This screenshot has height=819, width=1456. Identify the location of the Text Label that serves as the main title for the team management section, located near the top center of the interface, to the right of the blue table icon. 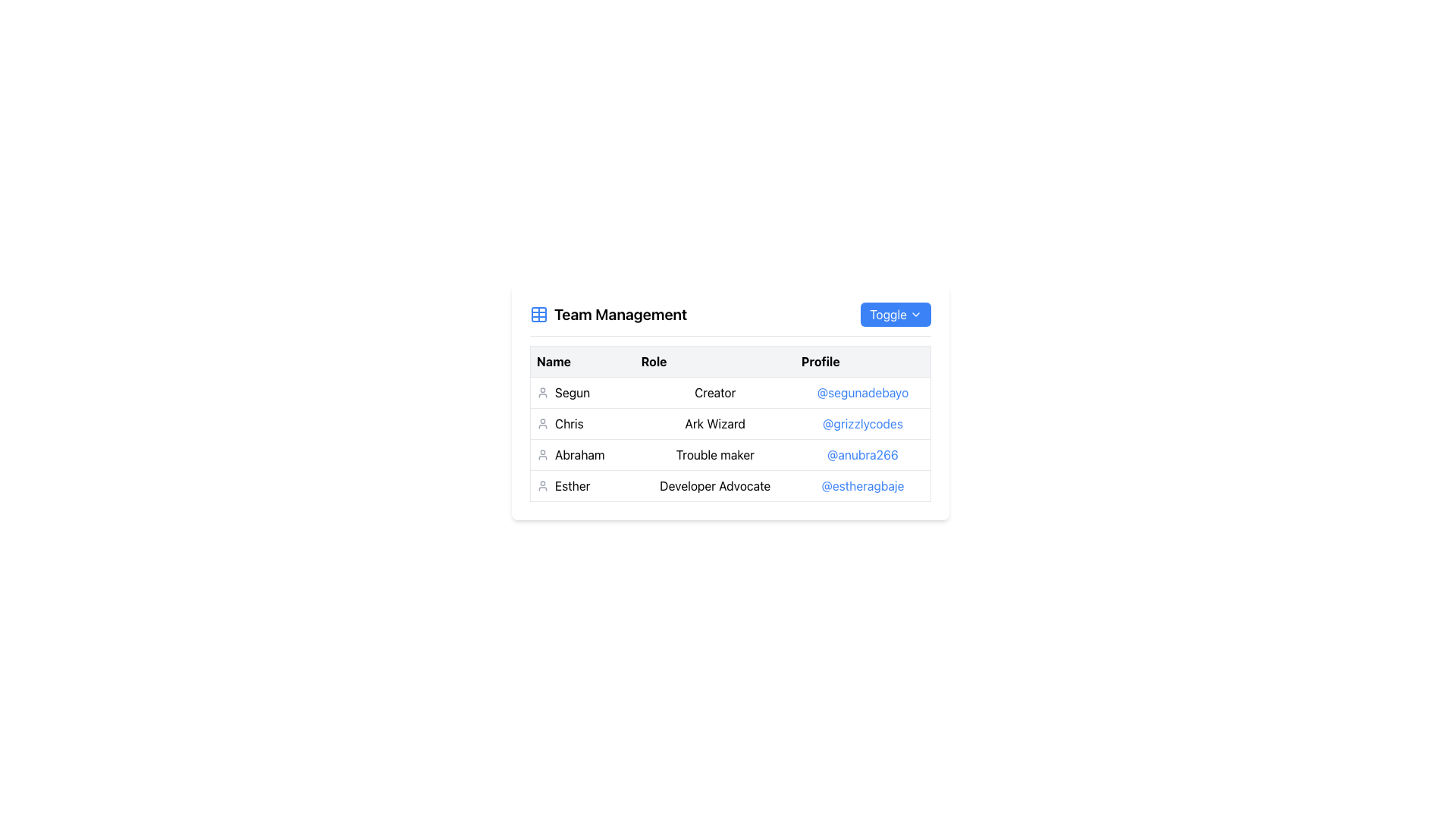
(620, 314).